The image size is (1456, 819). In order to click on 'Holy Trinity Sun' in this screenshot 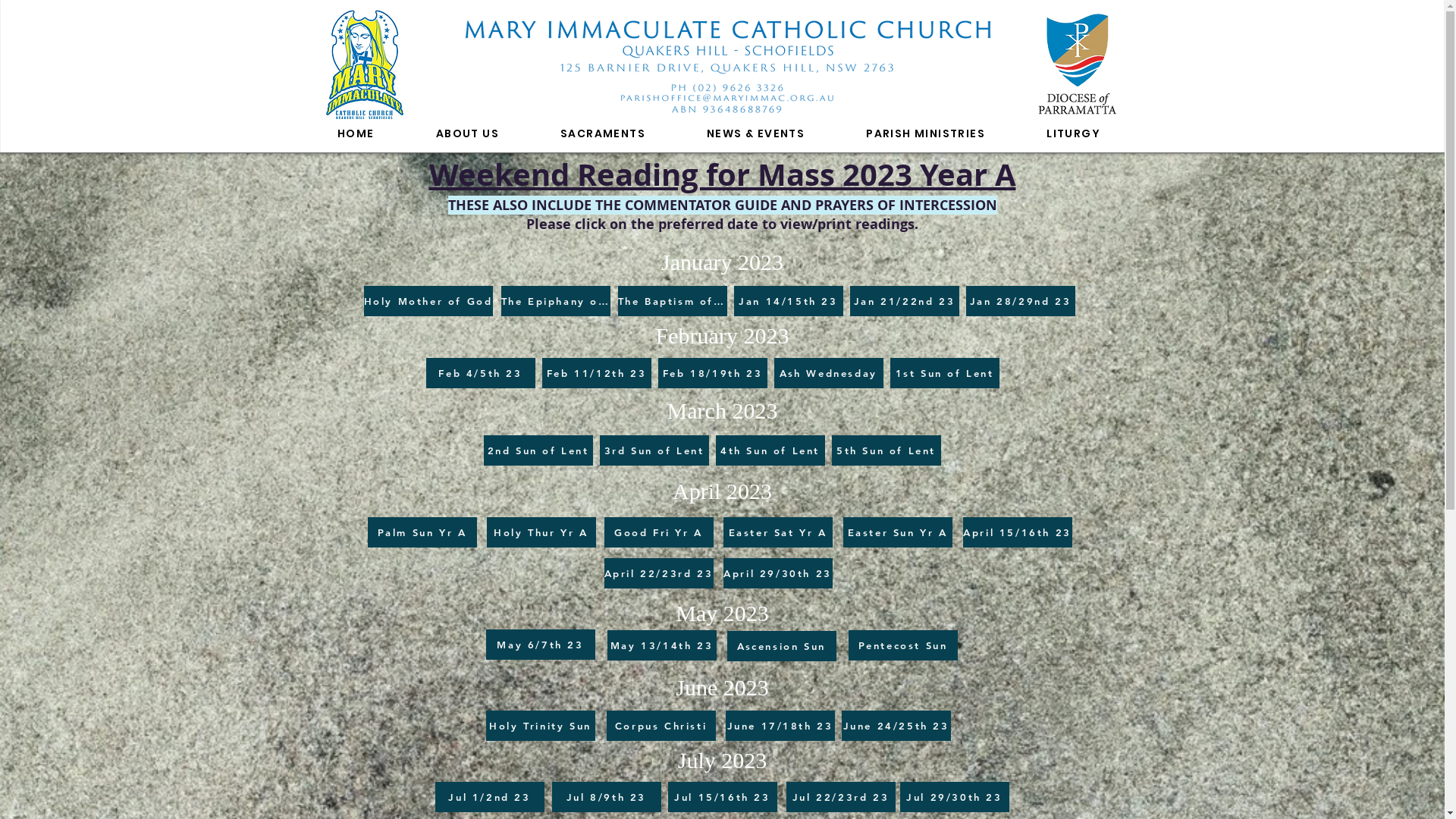, I will do `click(539, 724)`.